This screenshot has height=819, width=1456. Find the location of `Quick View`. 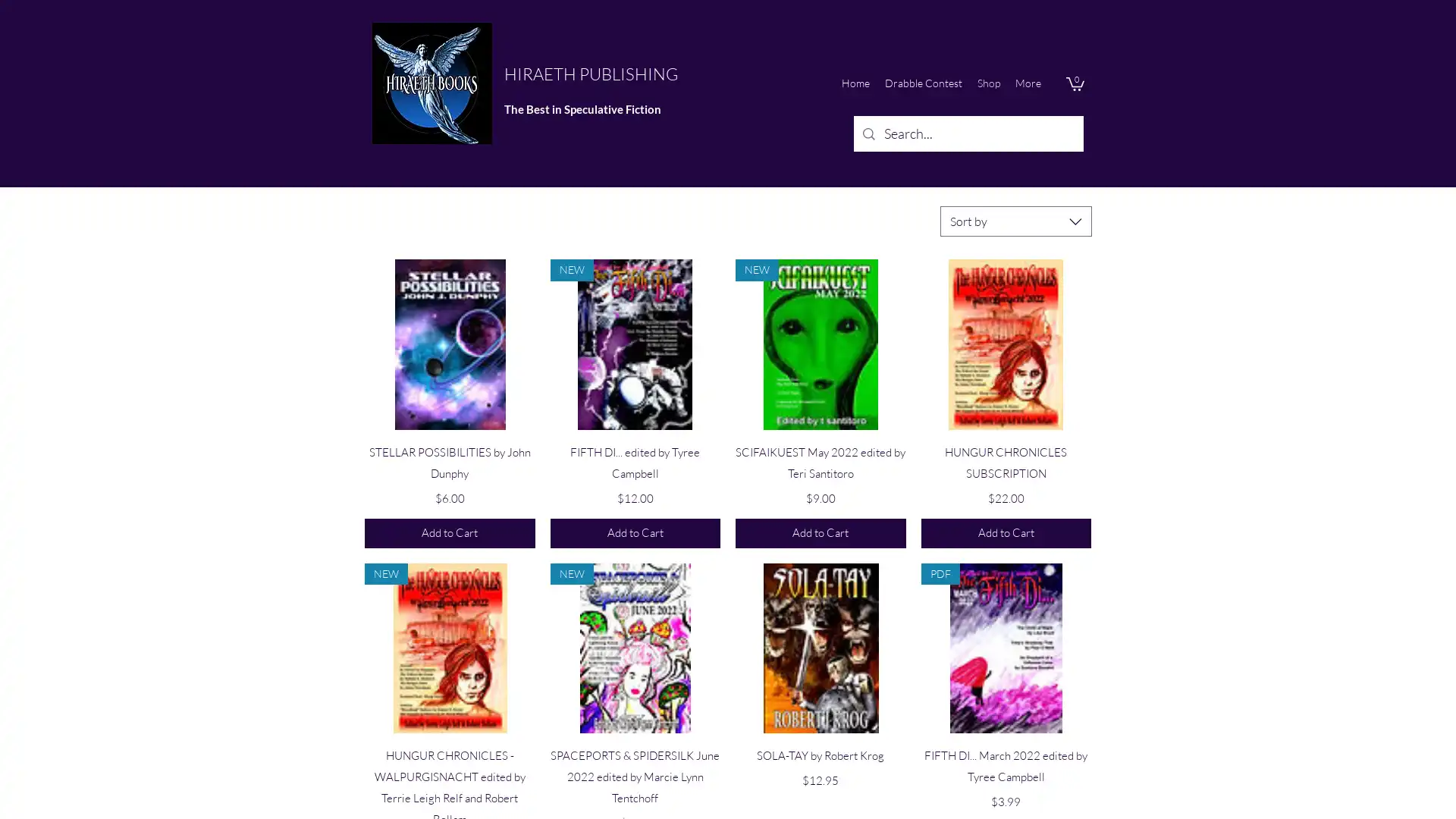

Quick View is located at coordinates (449, 447).